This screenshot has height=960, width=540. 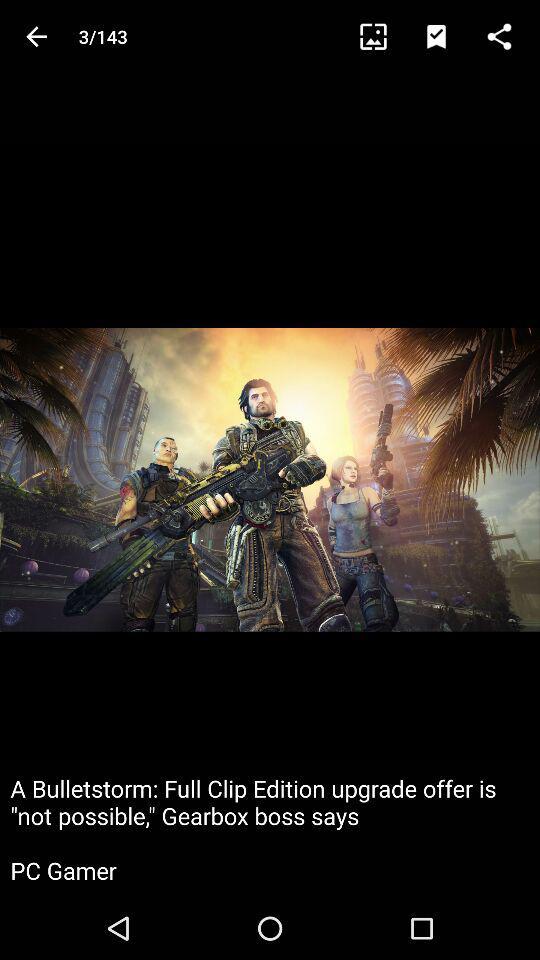 I want to click on the item at the top left corner, so click(x=36, y=35).